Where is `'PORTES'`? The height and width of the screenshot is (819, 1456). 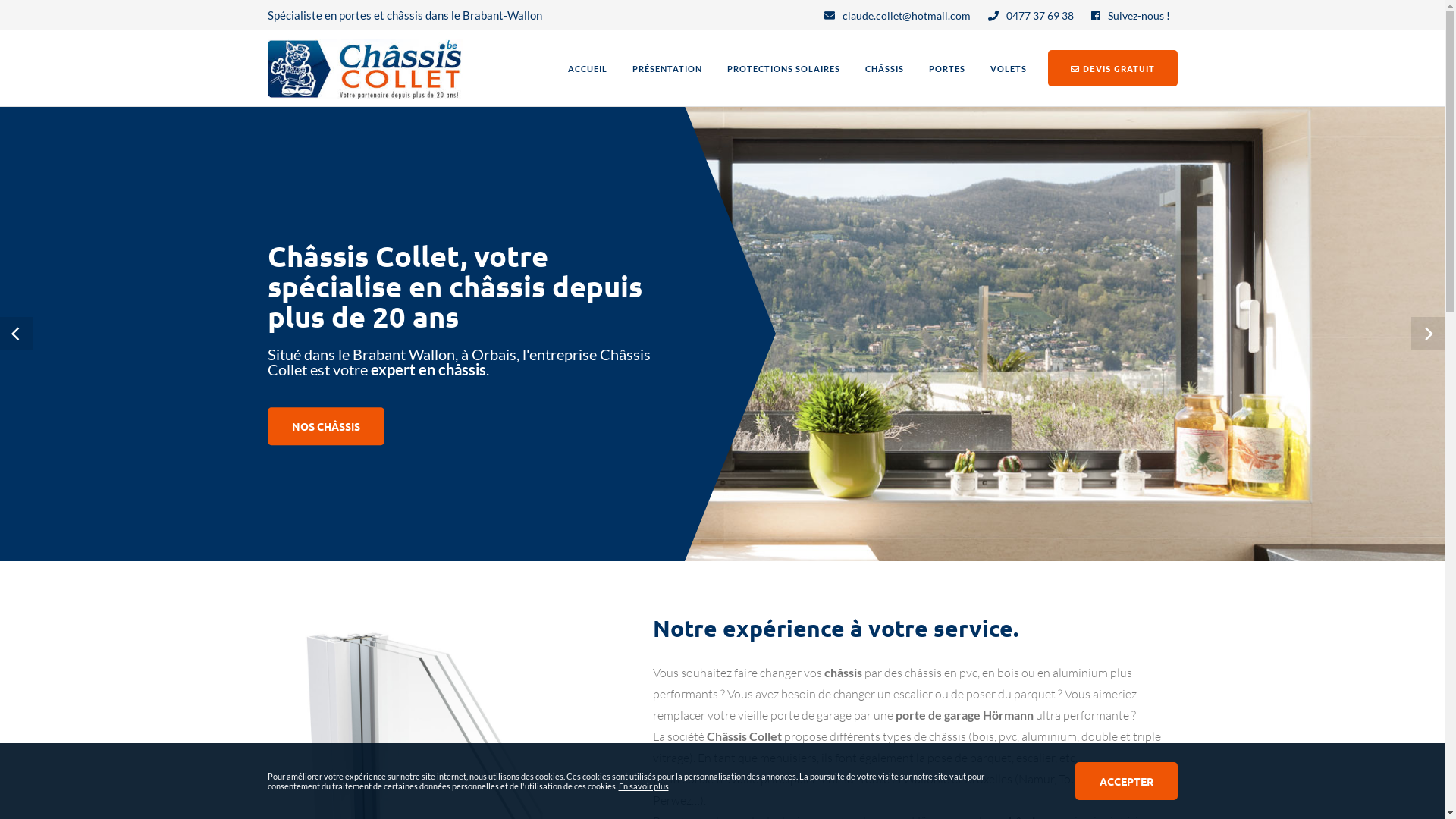 'PORTES' is located at coordinates (946, 69).